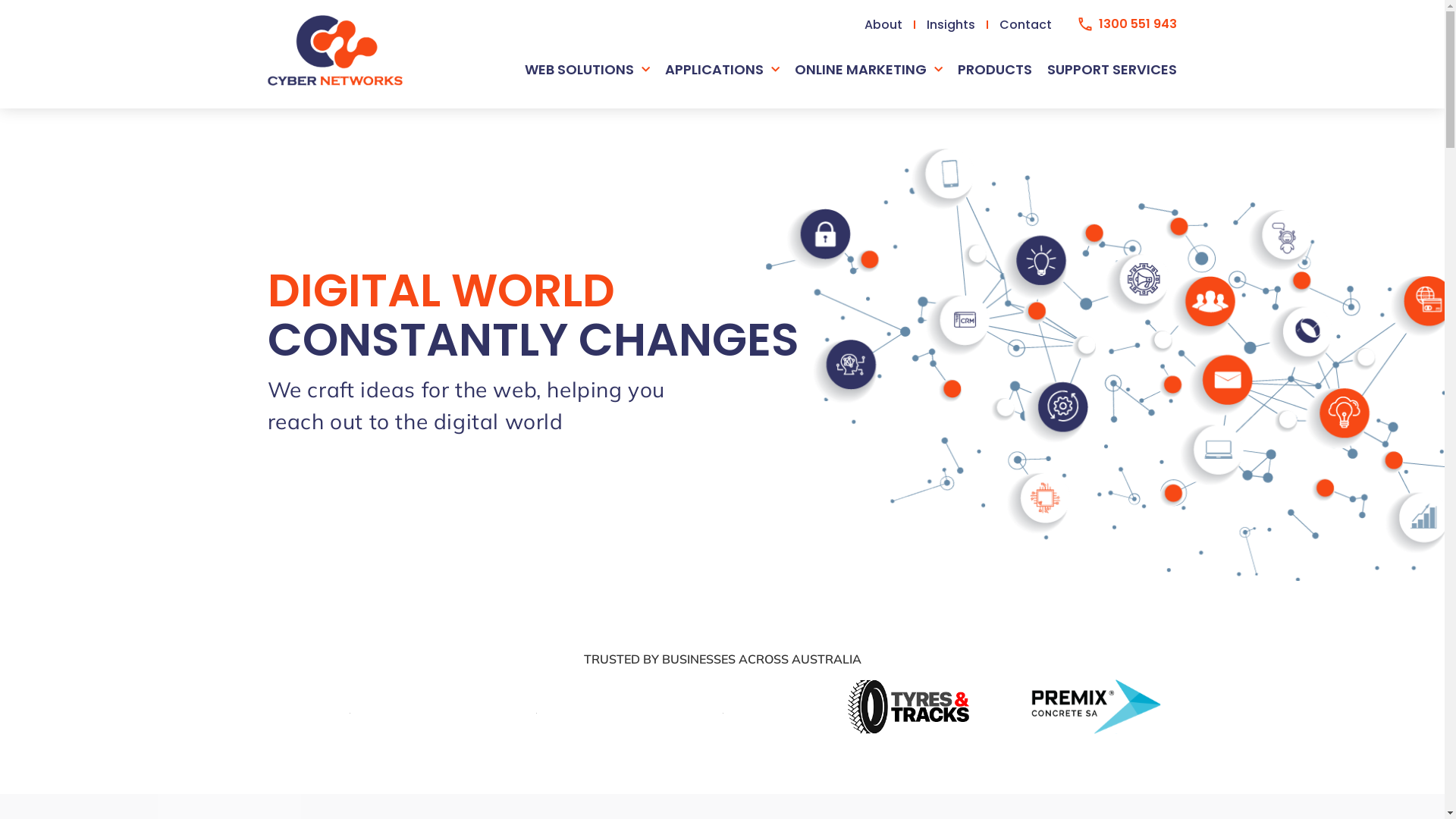 This screenshot has width=1456, height=819. Describe the element at coordinates (994, 70) in the screenshot. I see `'PRODUCTS'` at that location.